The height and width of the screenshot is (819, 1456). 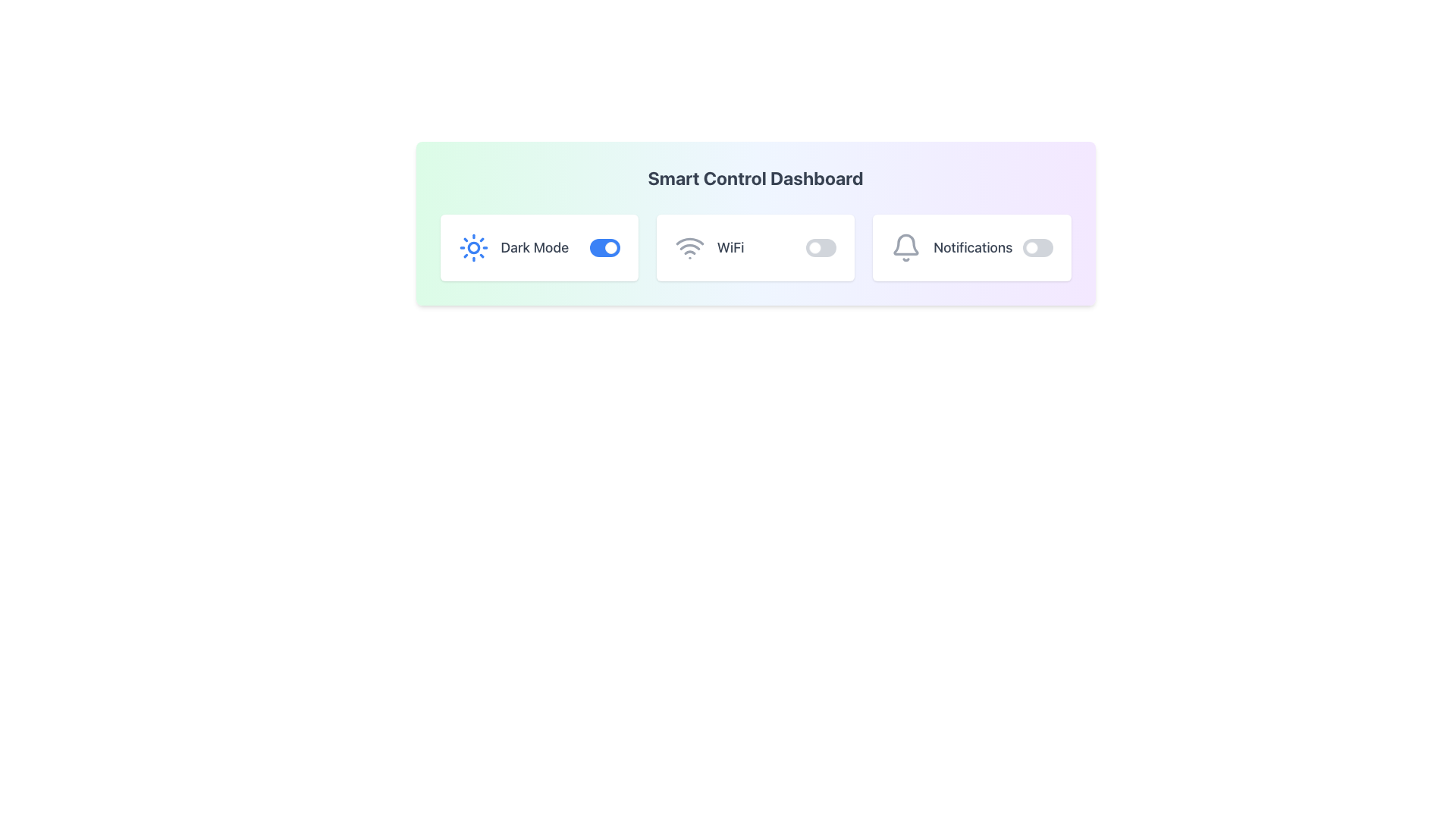 What do you see at coordinates (689, 246) in the screenshot?
I see `the visual state of the third arc of the Wi-Fi icon located in the center of the dashboard, adjacent to the 'WiFi' label and its toggle switch` at bounding box center [689, 246].